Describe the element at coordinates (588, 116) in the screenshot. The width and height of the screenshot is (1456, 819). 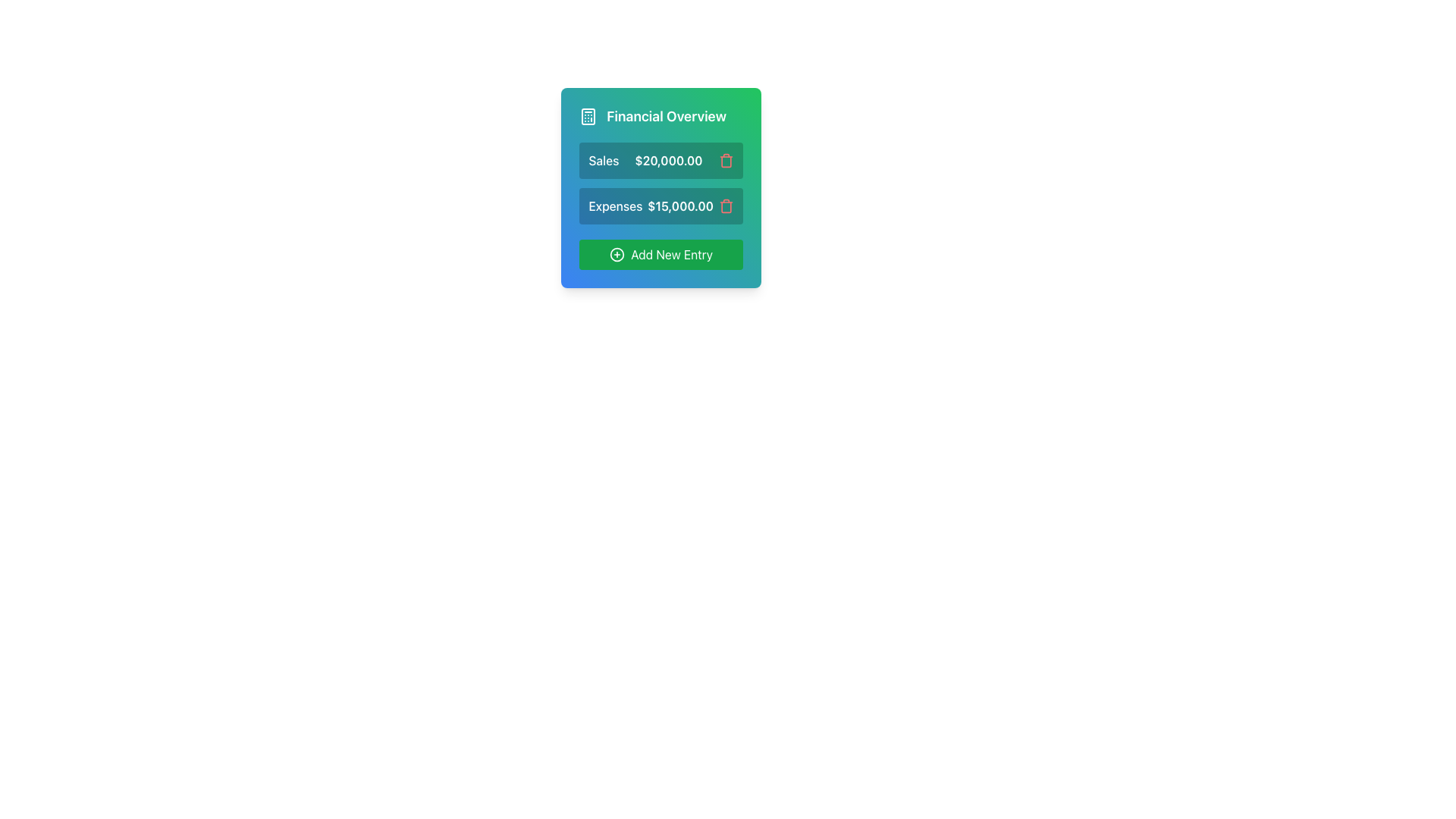
I see `the SVG calculator icon located in the 'Financial Overview' header section, positioned to the left of the text label 'Financial Overview'` at that location.